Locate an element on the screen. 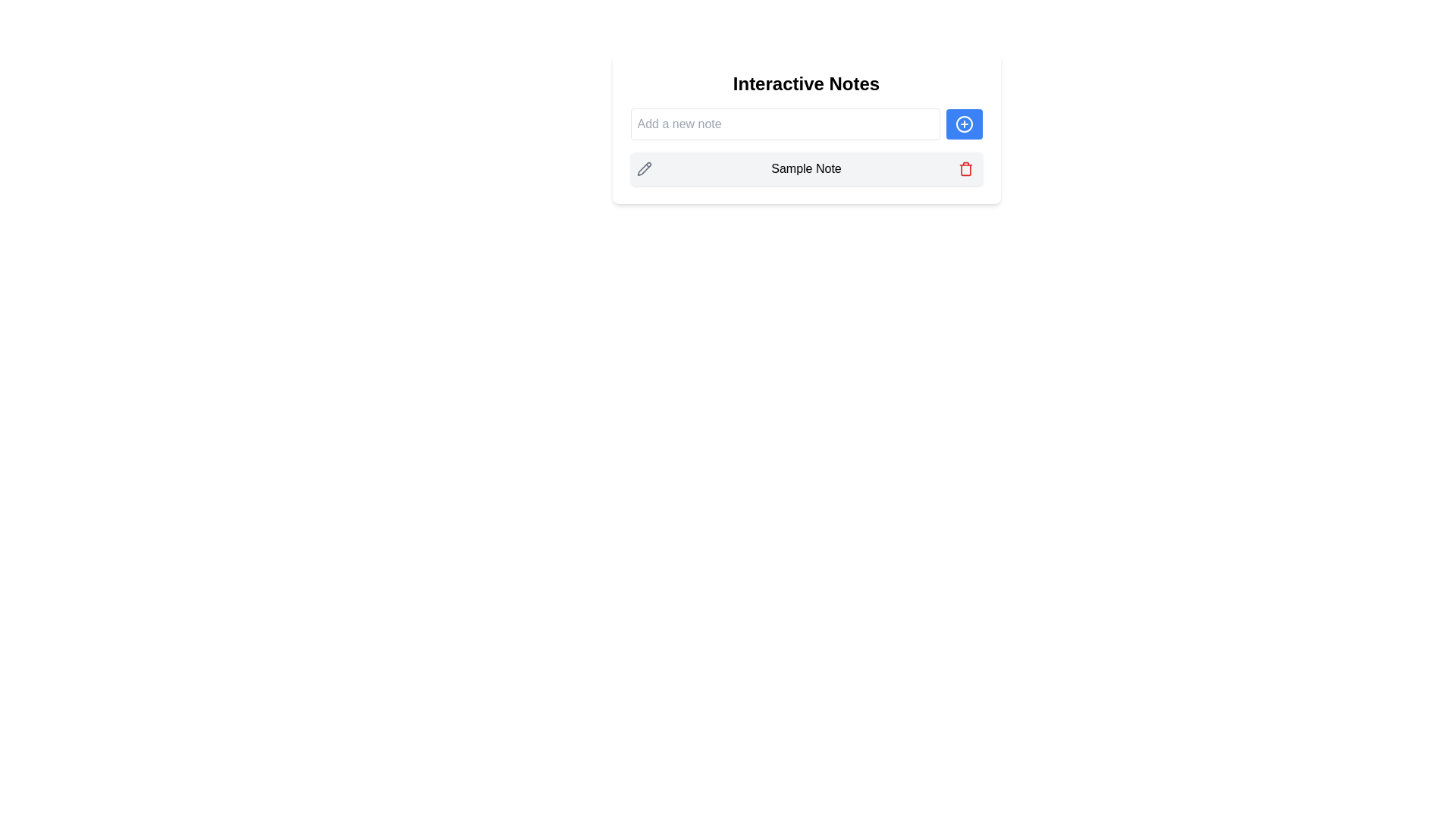  the button located at the right end of an input field group, which is used to add a new note or item is located at coordinates (963, 124).